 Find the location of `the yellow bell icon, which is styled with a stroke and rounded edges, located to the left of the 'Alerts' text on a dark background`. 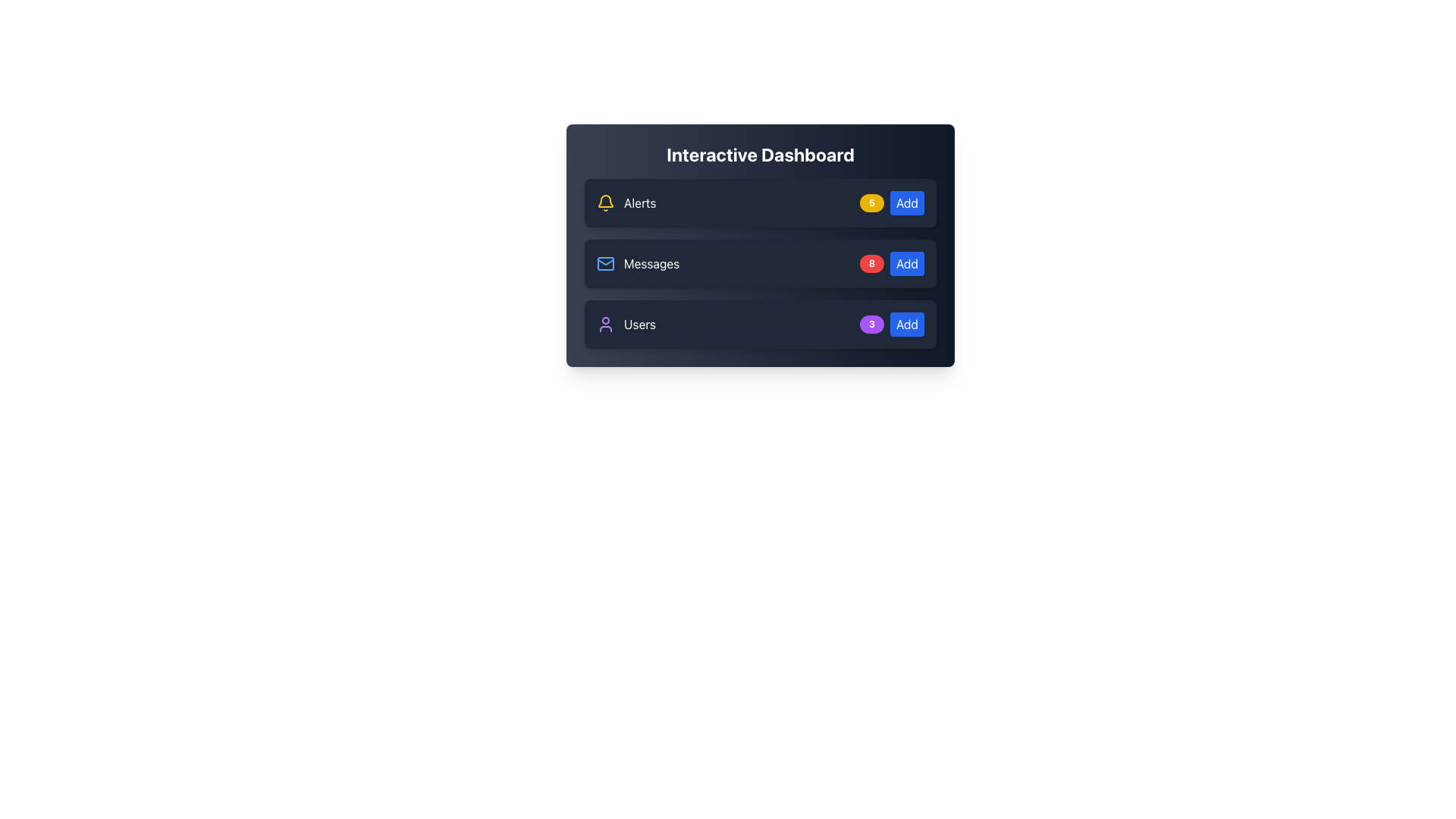

the yellow bell icon, which is styled with a stroke and rounded edges, located to the left of the 'Alerts' text on a dark background is located at coordinates (604, 202).